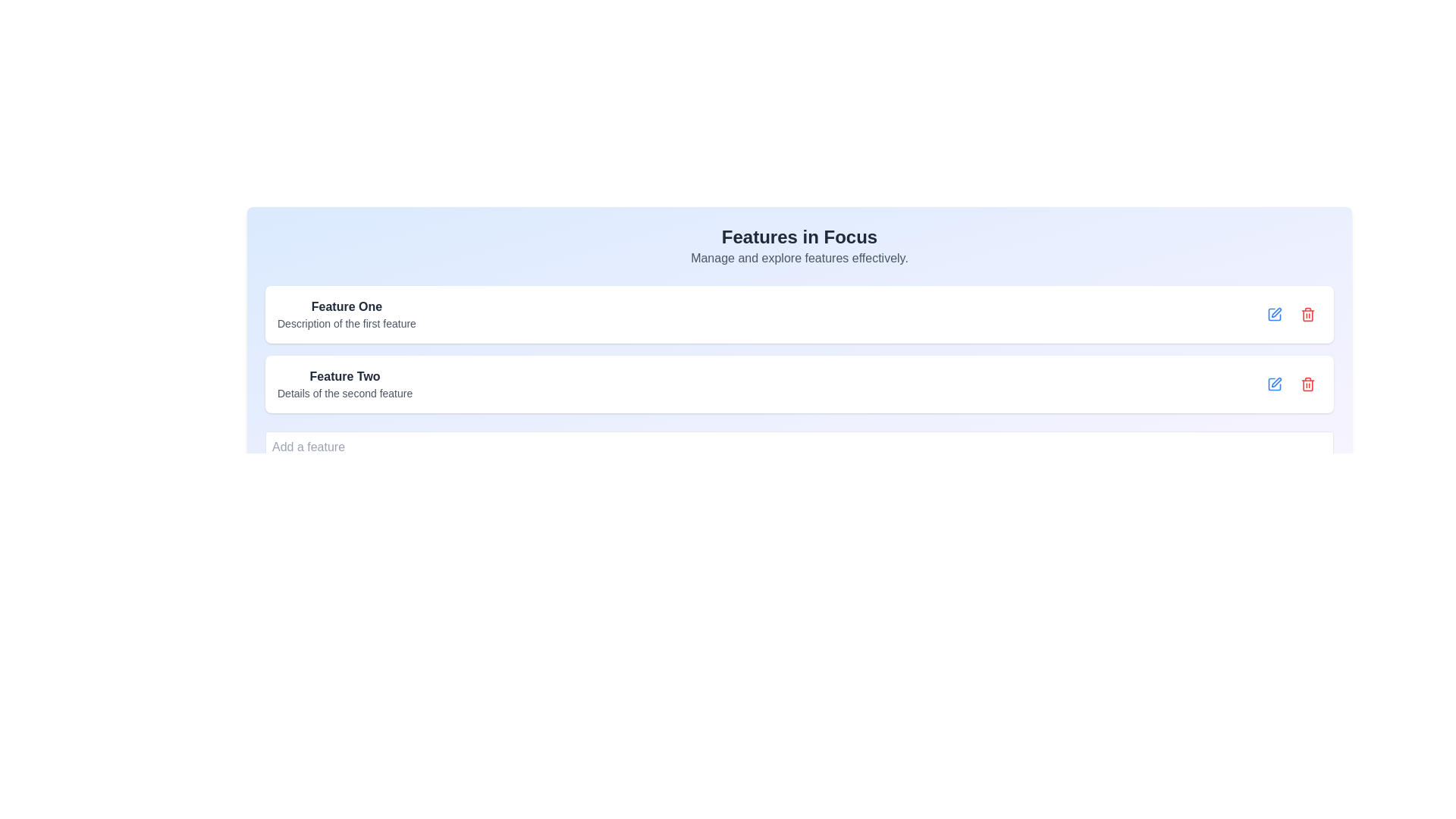 This screenshot has width=1456, height=819. What do you see at coordinates (346, 314) in the screenshot?
I see `the informational text block displaying the title and description of a feature, located on the topmost card in the center of the interface` at bounding box center [346, 314].